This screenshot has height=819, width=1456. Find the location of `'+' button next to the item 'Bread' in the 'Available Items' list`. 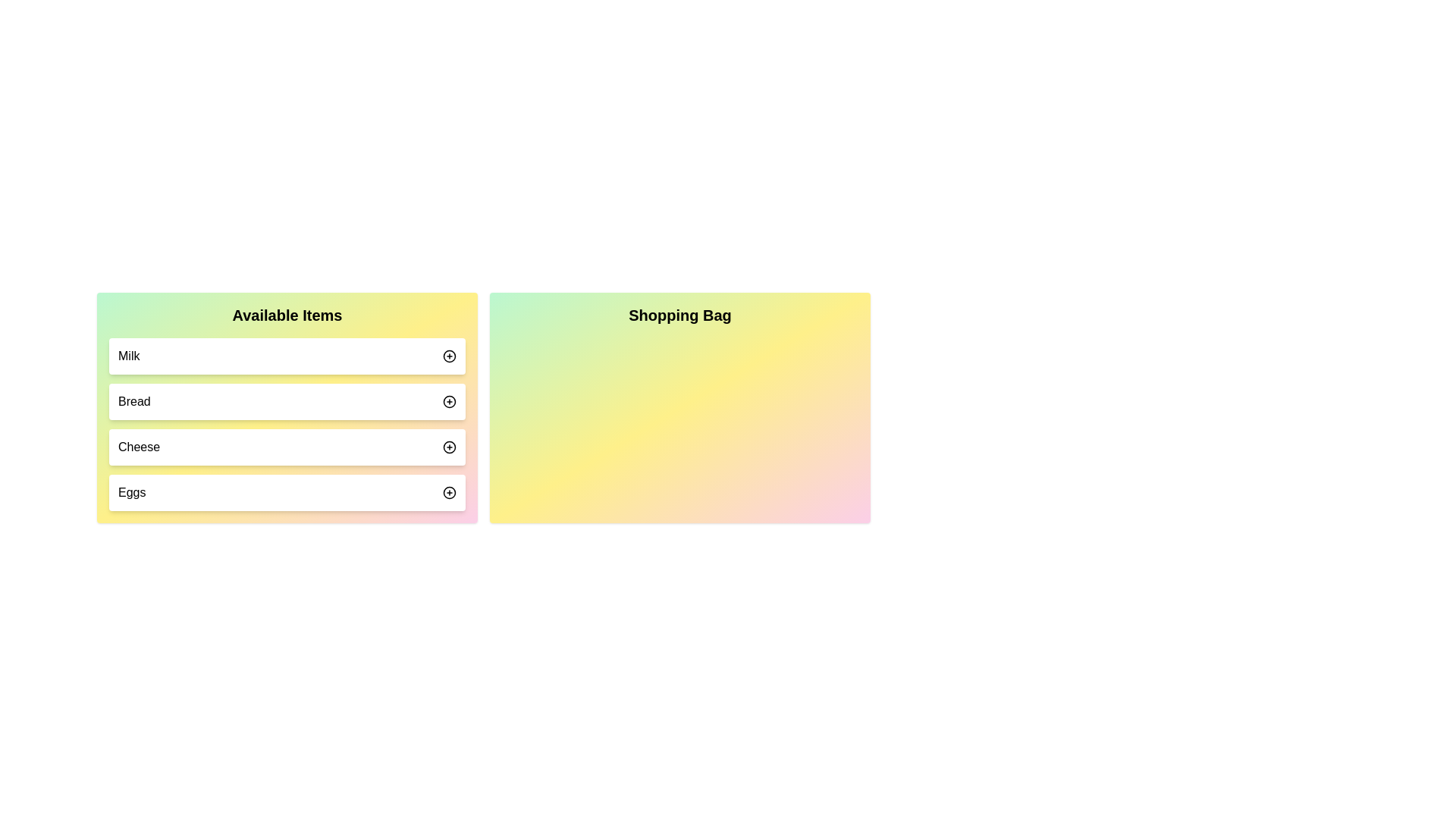

'+' button next to the item 'Bread' in the 'Available Items' list is located at coordinates (449, 400).